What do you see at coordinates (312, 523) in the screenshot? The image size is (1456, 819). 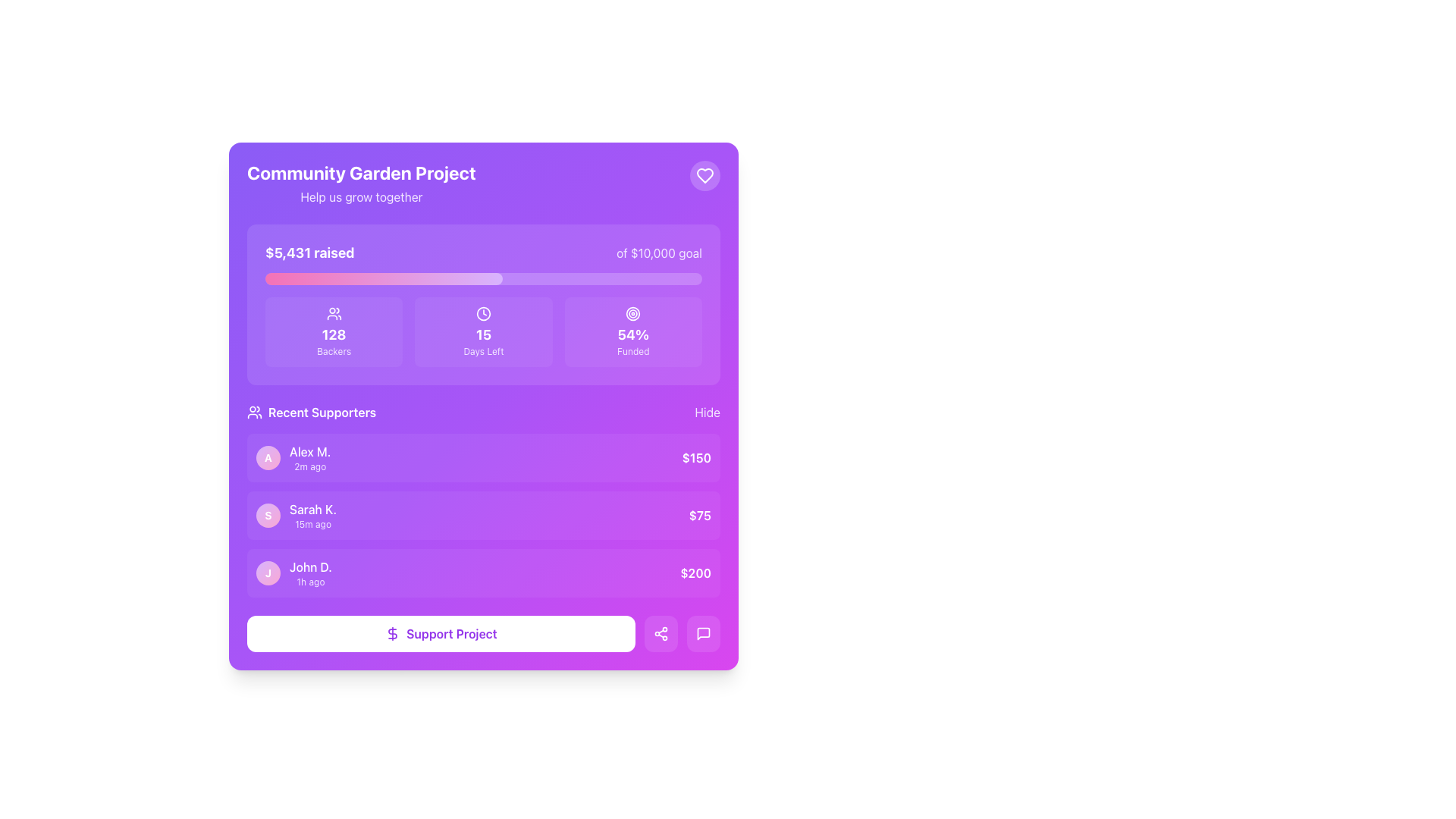 I see `text label displaying '15m ago' located below the name 'Sarah K.' in the Recent Supporters section of the fundraising dashboard` at bounding box center [312, 523].